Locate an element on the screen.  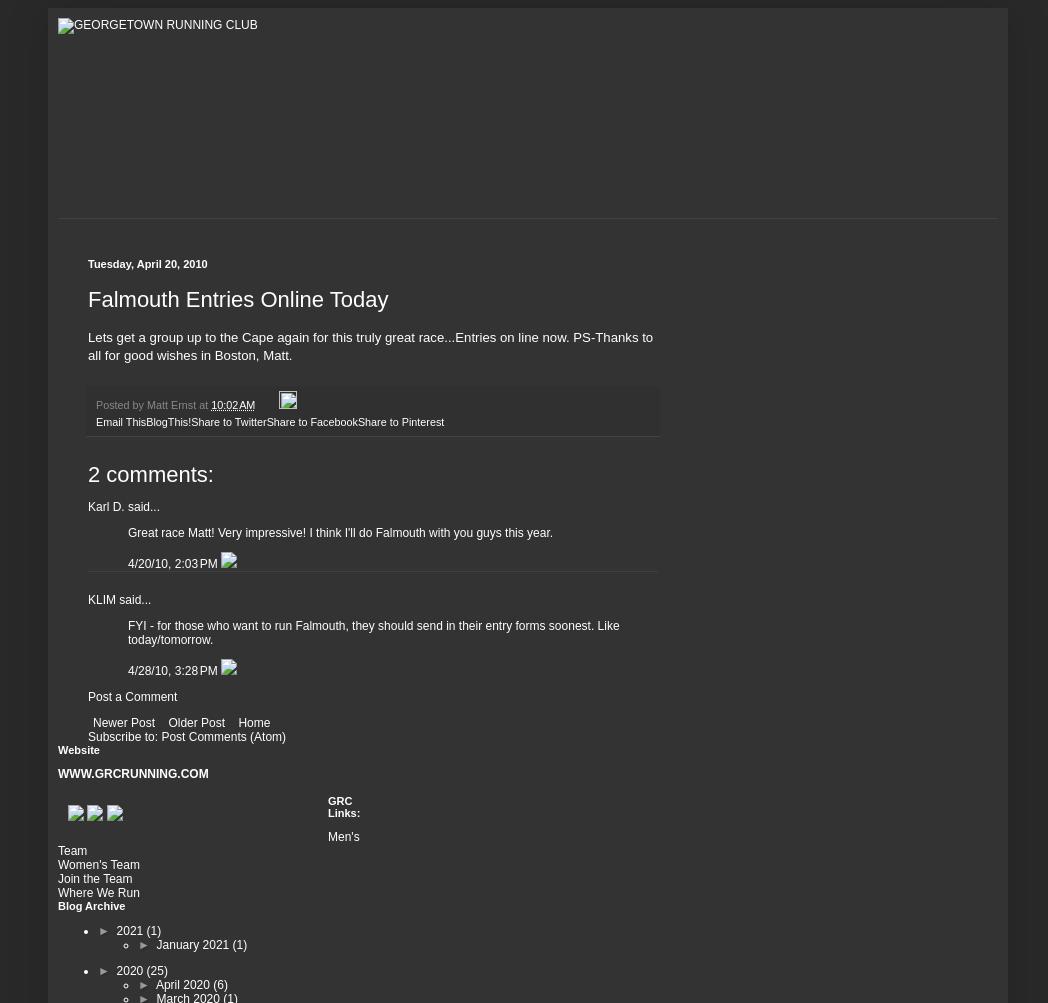
'Post Comments (Atom)' is located at coordinates (160, 735).